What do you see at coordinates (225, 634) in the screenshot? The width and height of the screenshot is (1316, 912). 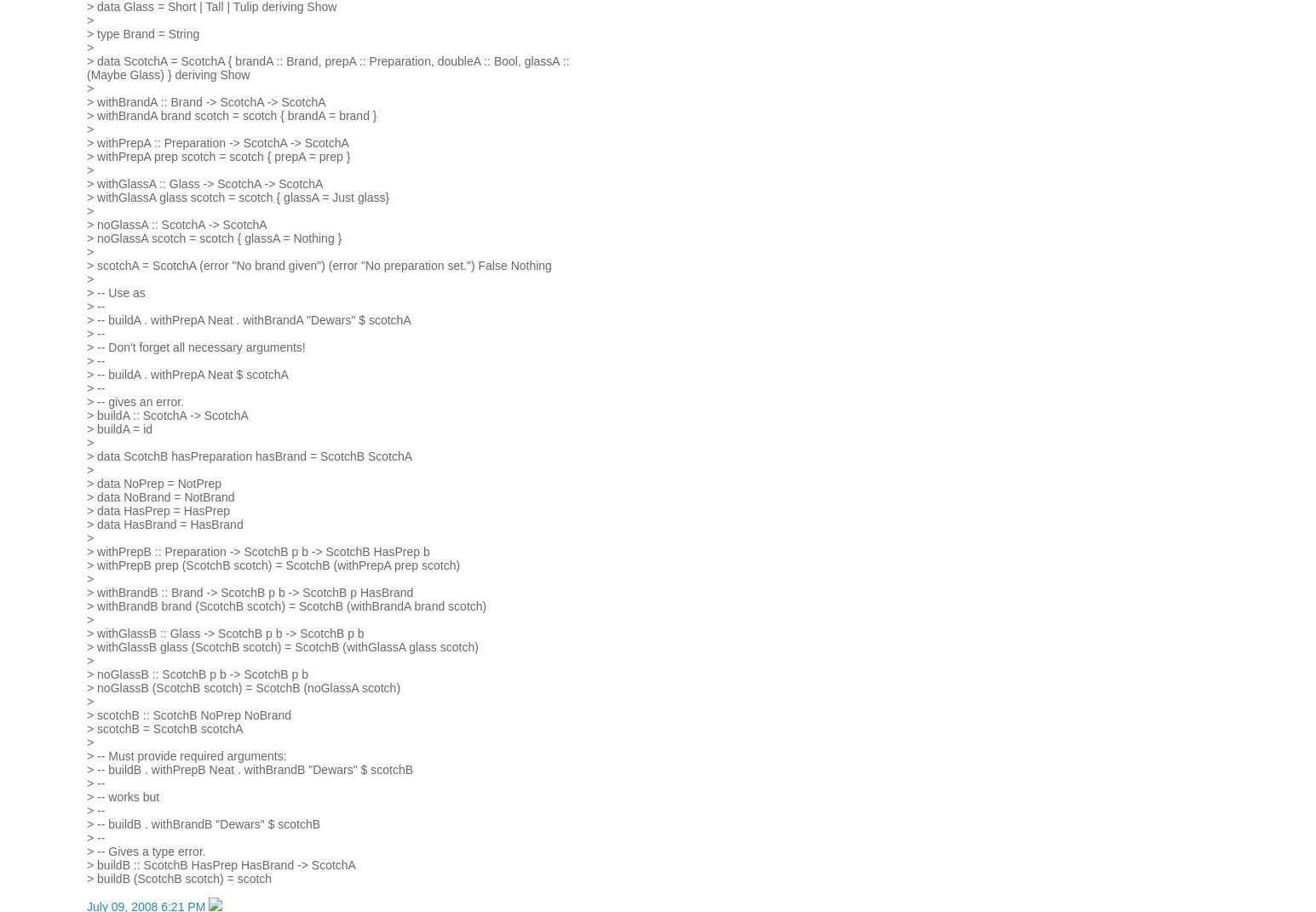 I see `'> withGlassB :: Glass -> ScotchB p b -> ScotchB p b'` at bounding box center [225, 634].